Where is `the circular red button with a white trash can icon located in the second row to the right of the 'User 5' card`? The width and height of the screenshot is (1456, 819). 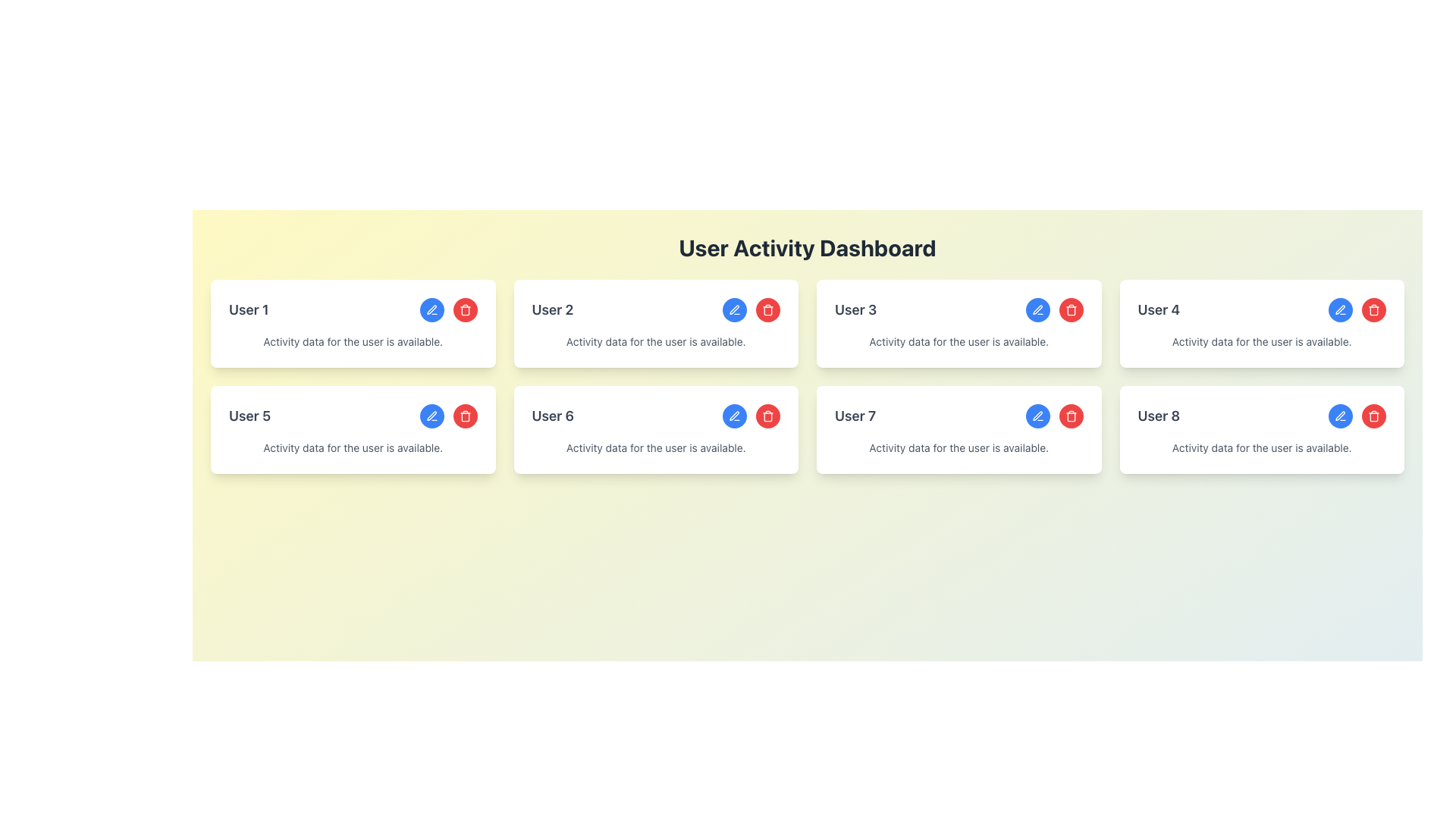
the circular red button with a white trash can icon located in the second row to the right of the 'User 5' card is located at coordinates (464, 416).